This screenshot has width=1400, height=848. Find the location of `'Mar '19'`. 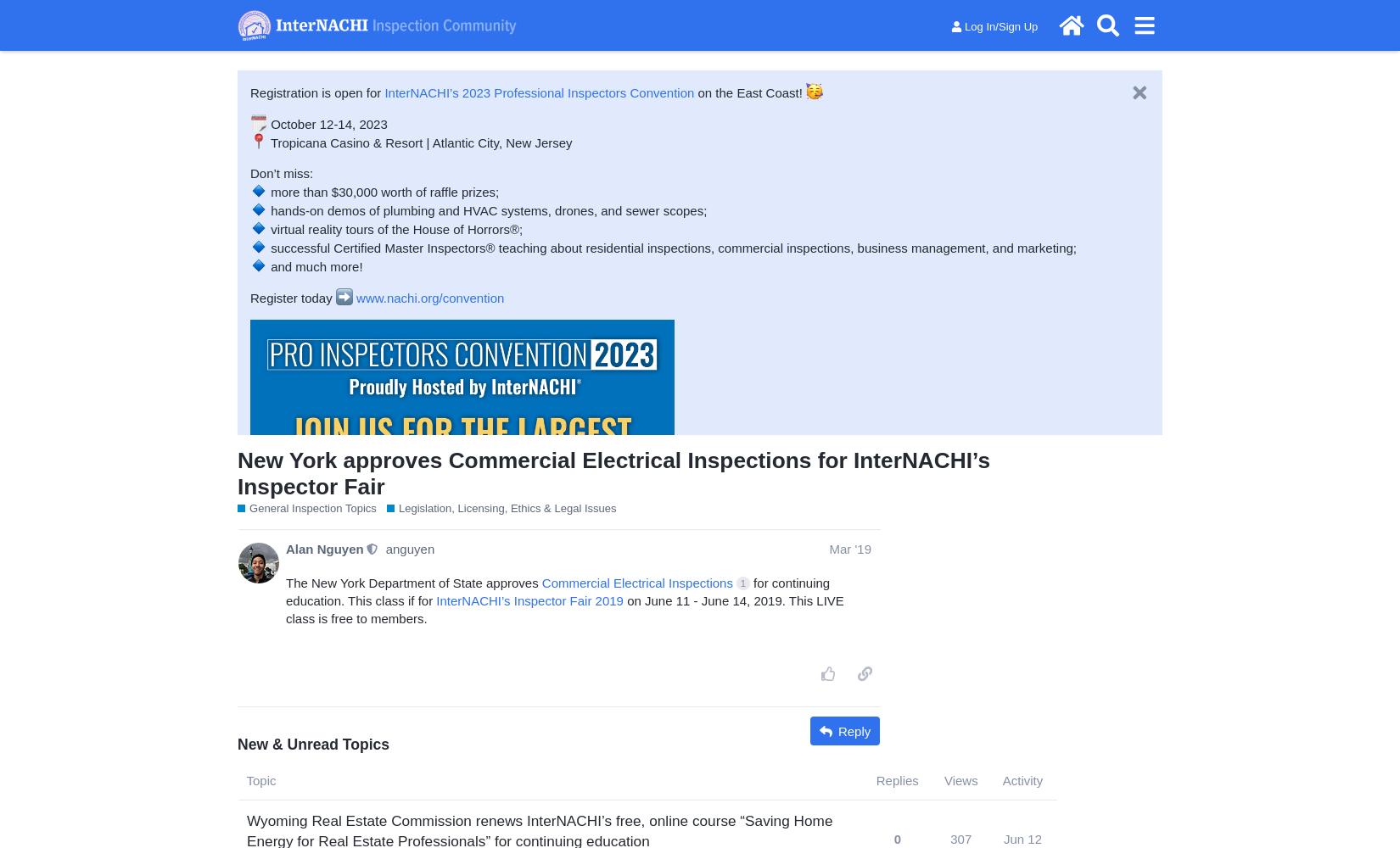

'Mar '19' is located at coordinates (850, 548).